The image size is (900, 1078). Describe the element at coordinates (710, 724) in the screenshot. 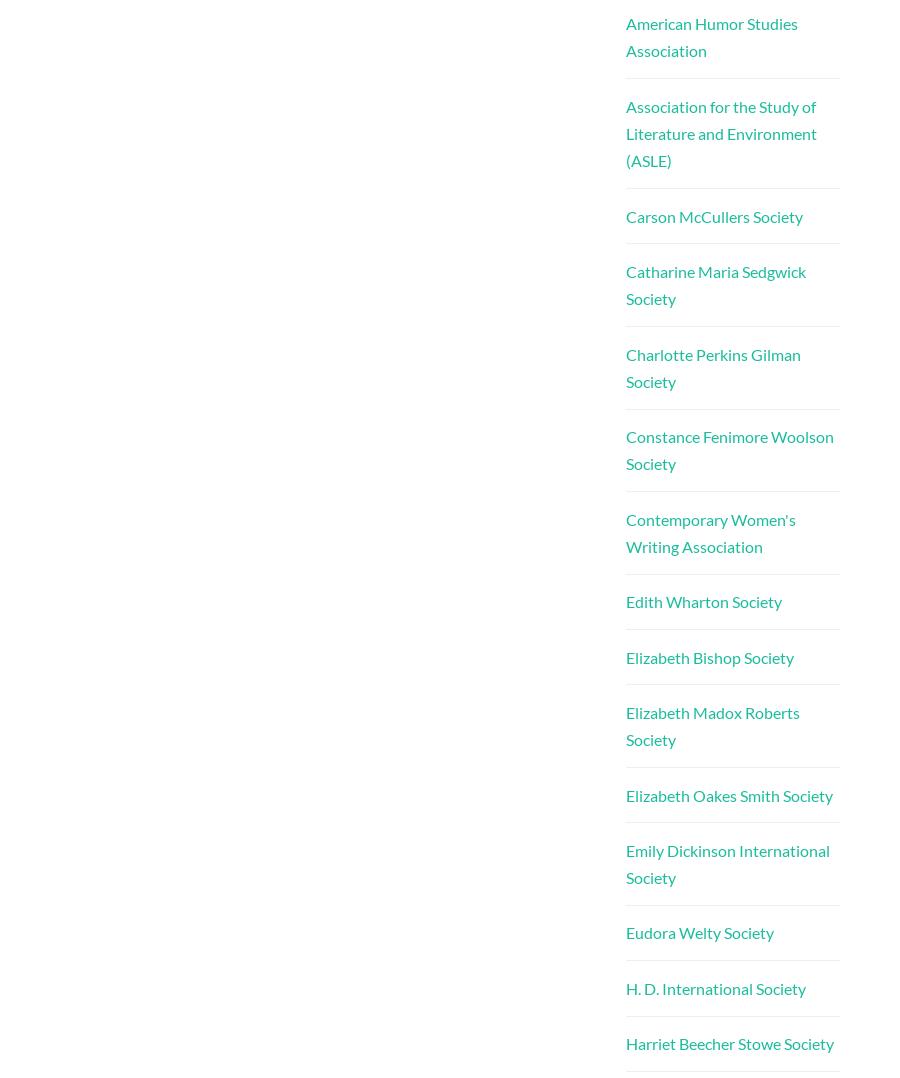

I see `'Elizabeth Madox Roberts Society'` at that location.